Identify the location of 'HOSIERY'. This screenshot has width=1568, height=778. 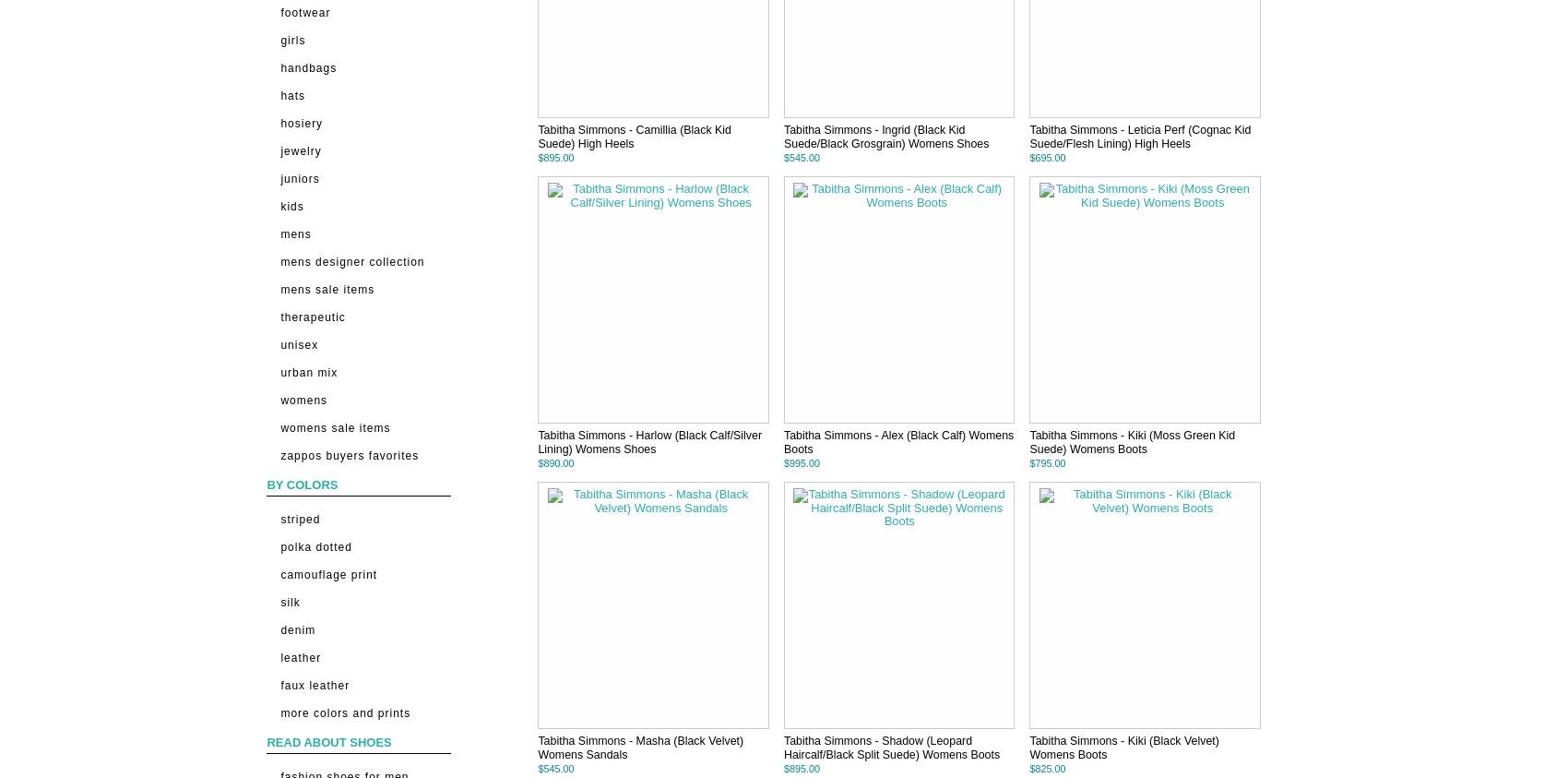
(301, 122).